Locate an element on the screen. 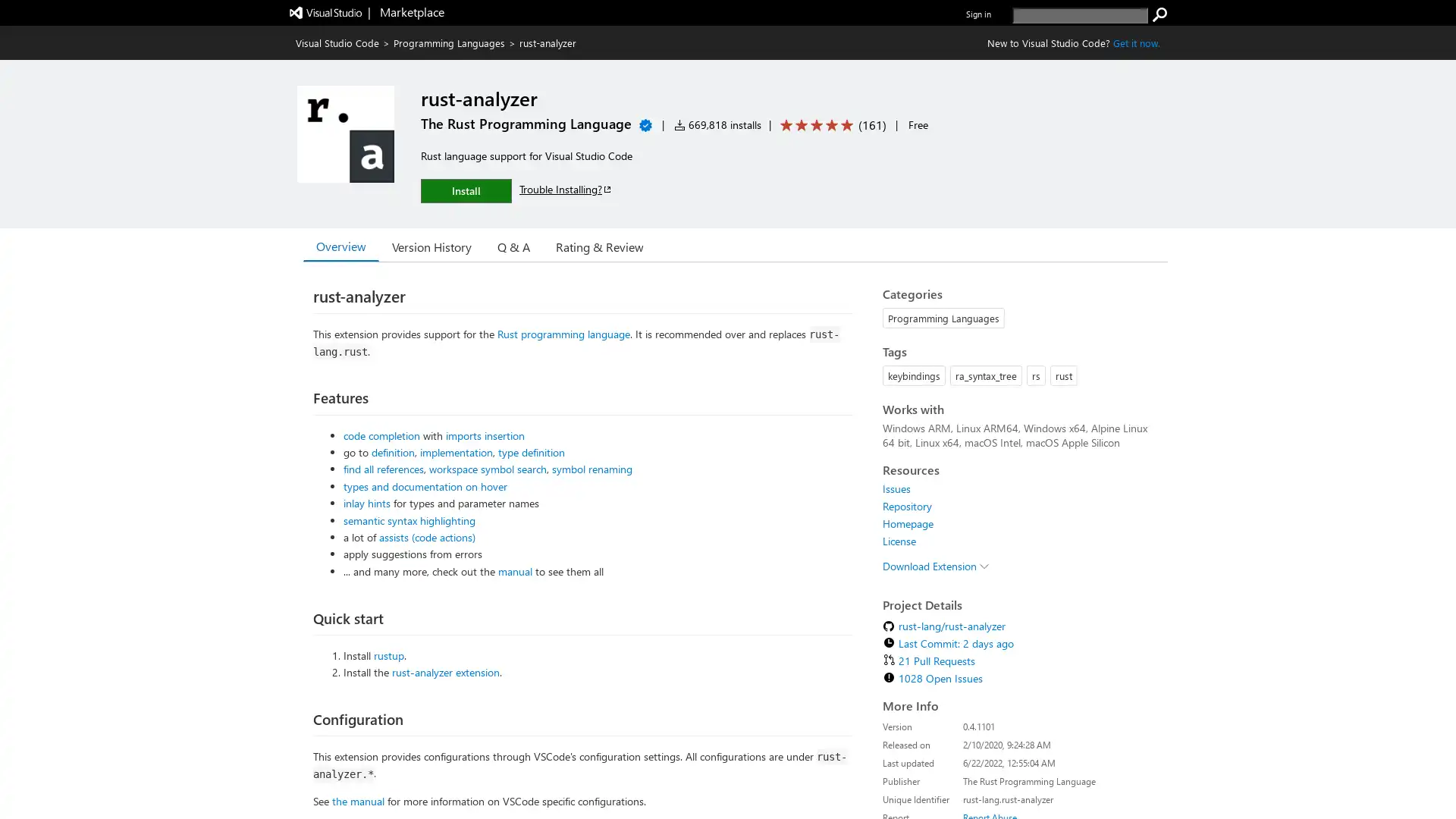 The image size is (1456, 819). Q & A is located at coordinates (513, 245).